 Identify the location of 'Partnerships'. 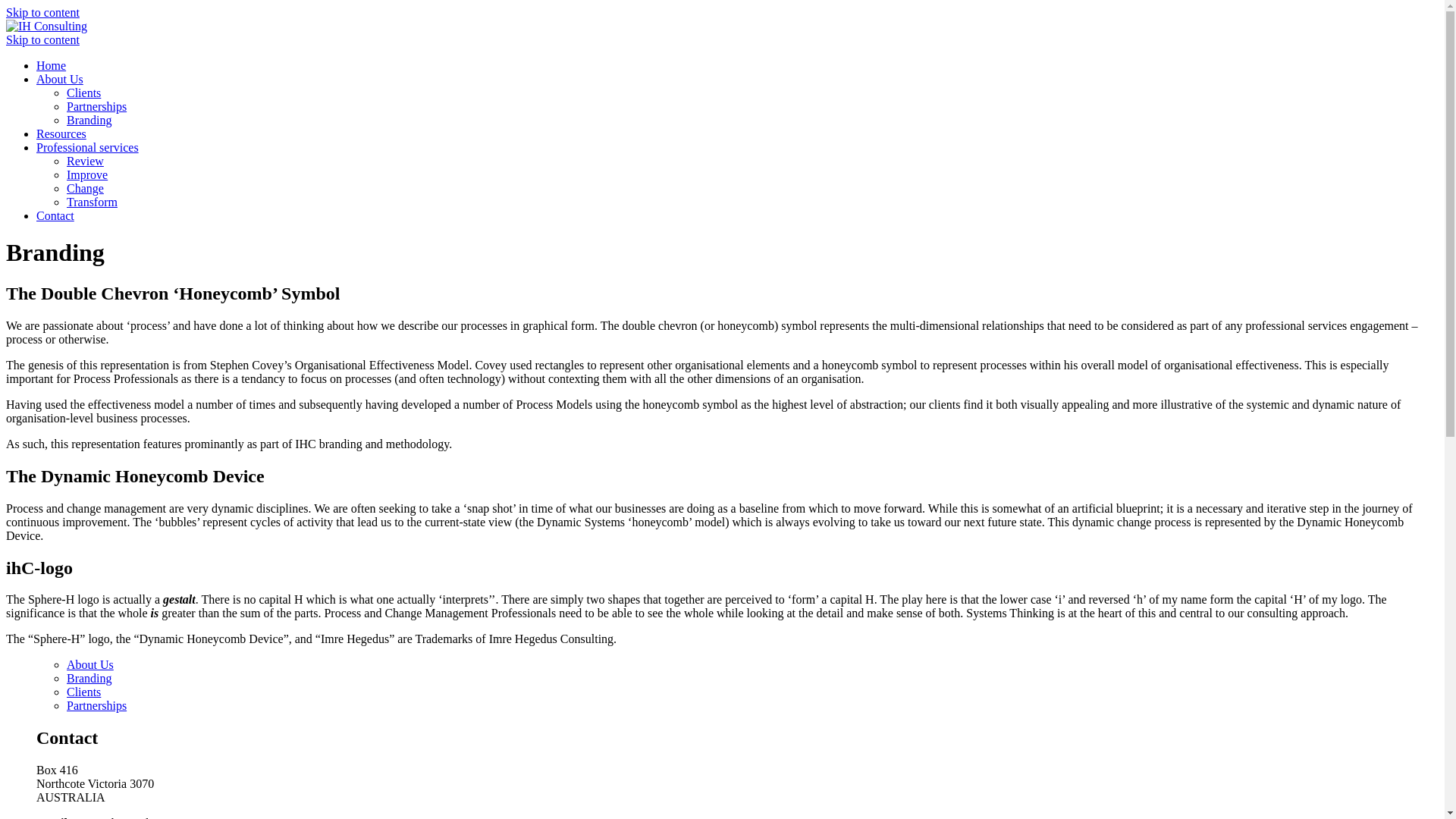
(65, 105).